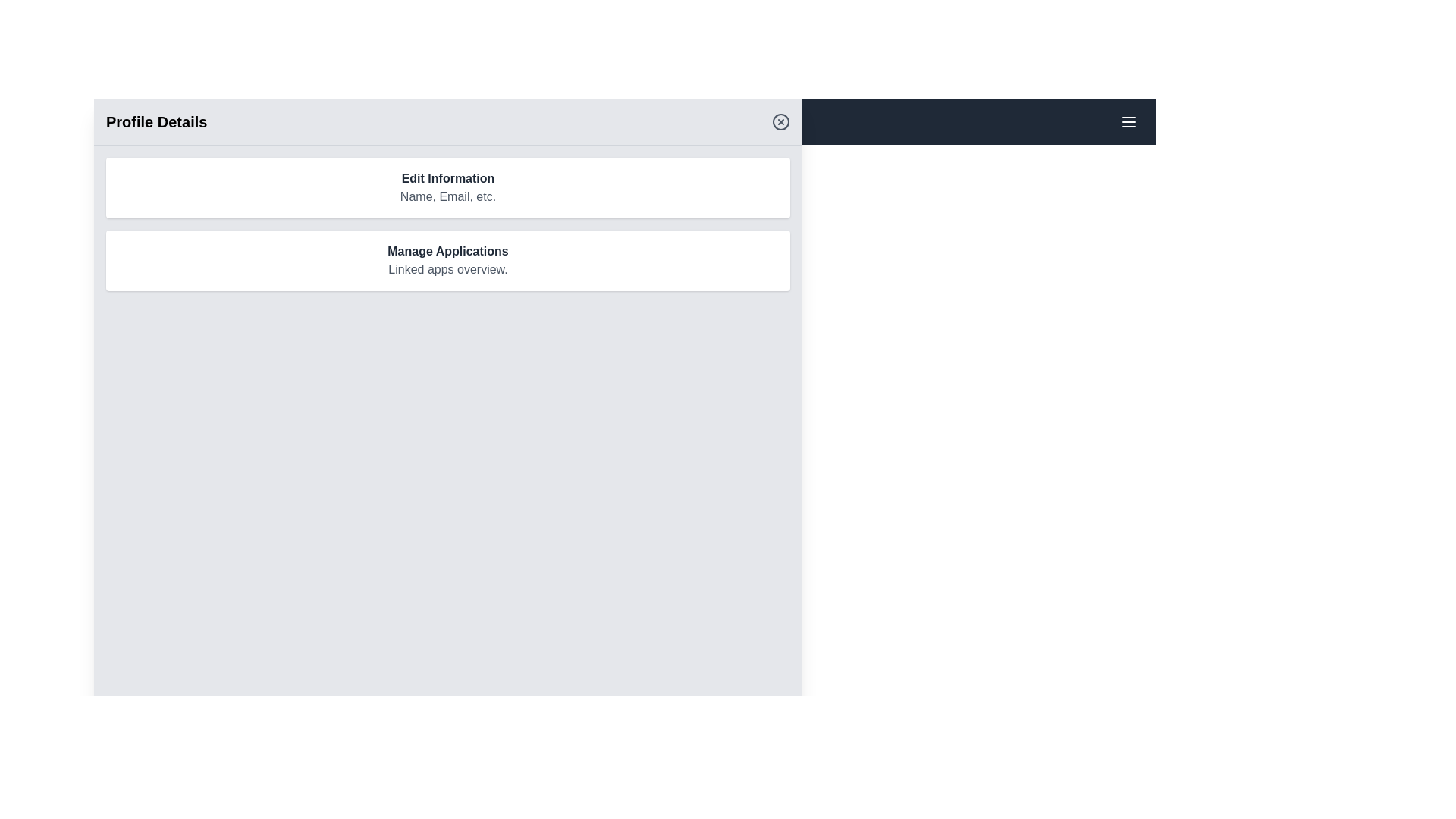 This screenshot has height=819, width=1456. Describe the element at coordinates (156, 121) in the screenshot. I see `the bold and large-sized title text labeled 'Profile Details' in the top-left corner of the gray header section` at that location.